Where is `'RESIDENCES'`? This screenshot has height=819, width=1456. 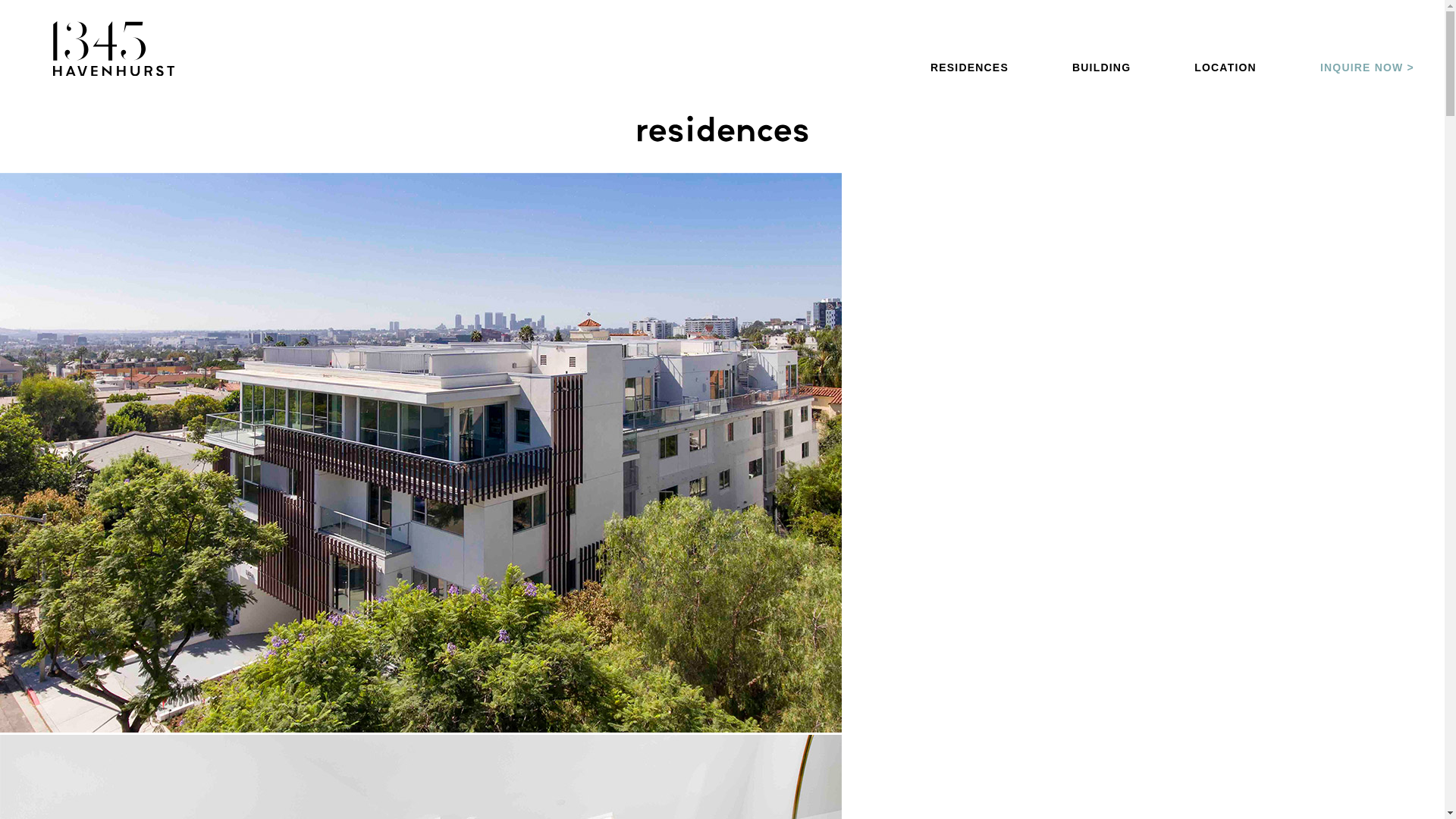
'RESIDENCES' is located at coordinates (968, 66).